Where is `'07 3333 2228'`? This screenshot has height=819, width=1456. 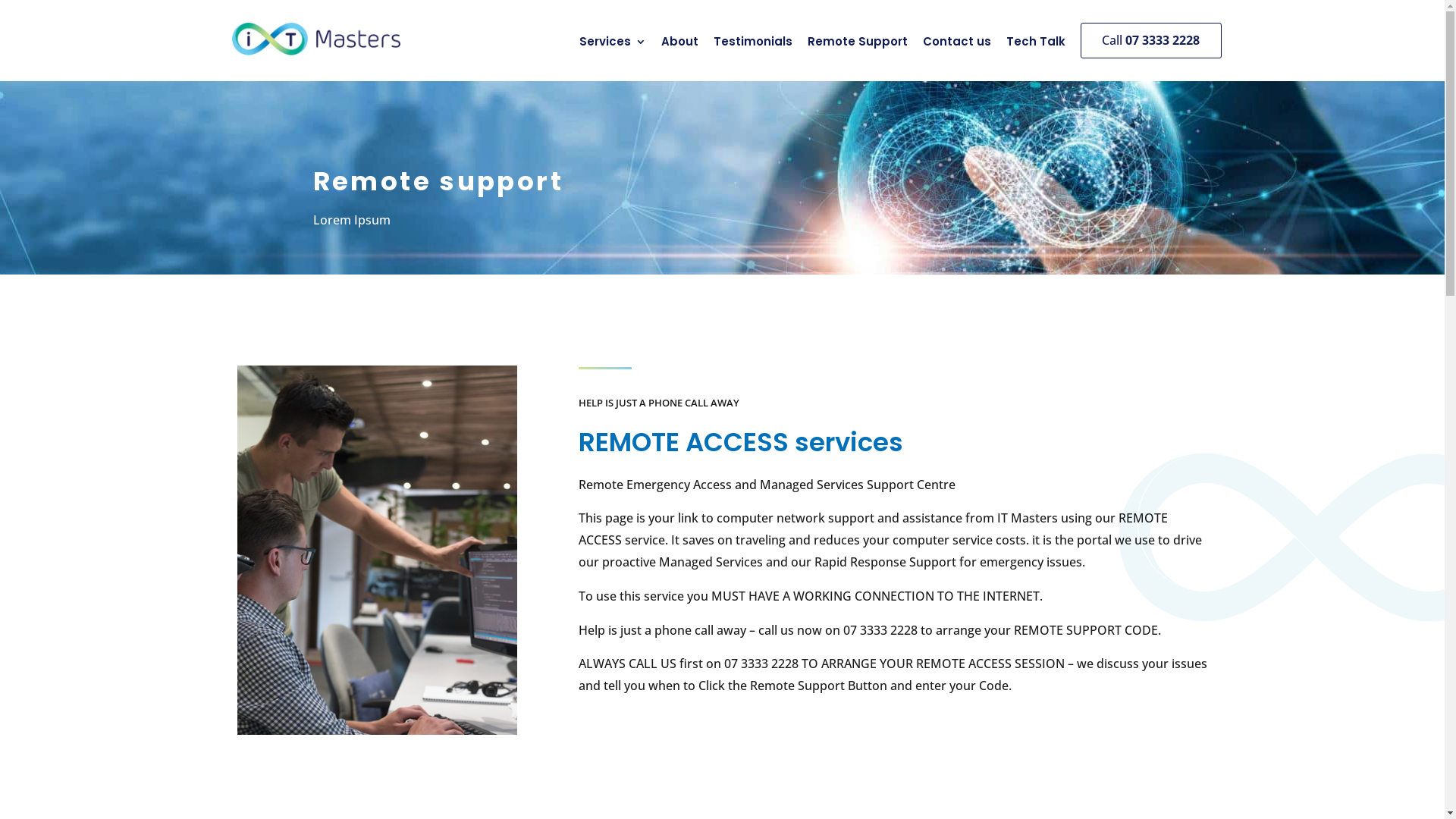
'07 3333 2228' is located at coordinates (880, 629).